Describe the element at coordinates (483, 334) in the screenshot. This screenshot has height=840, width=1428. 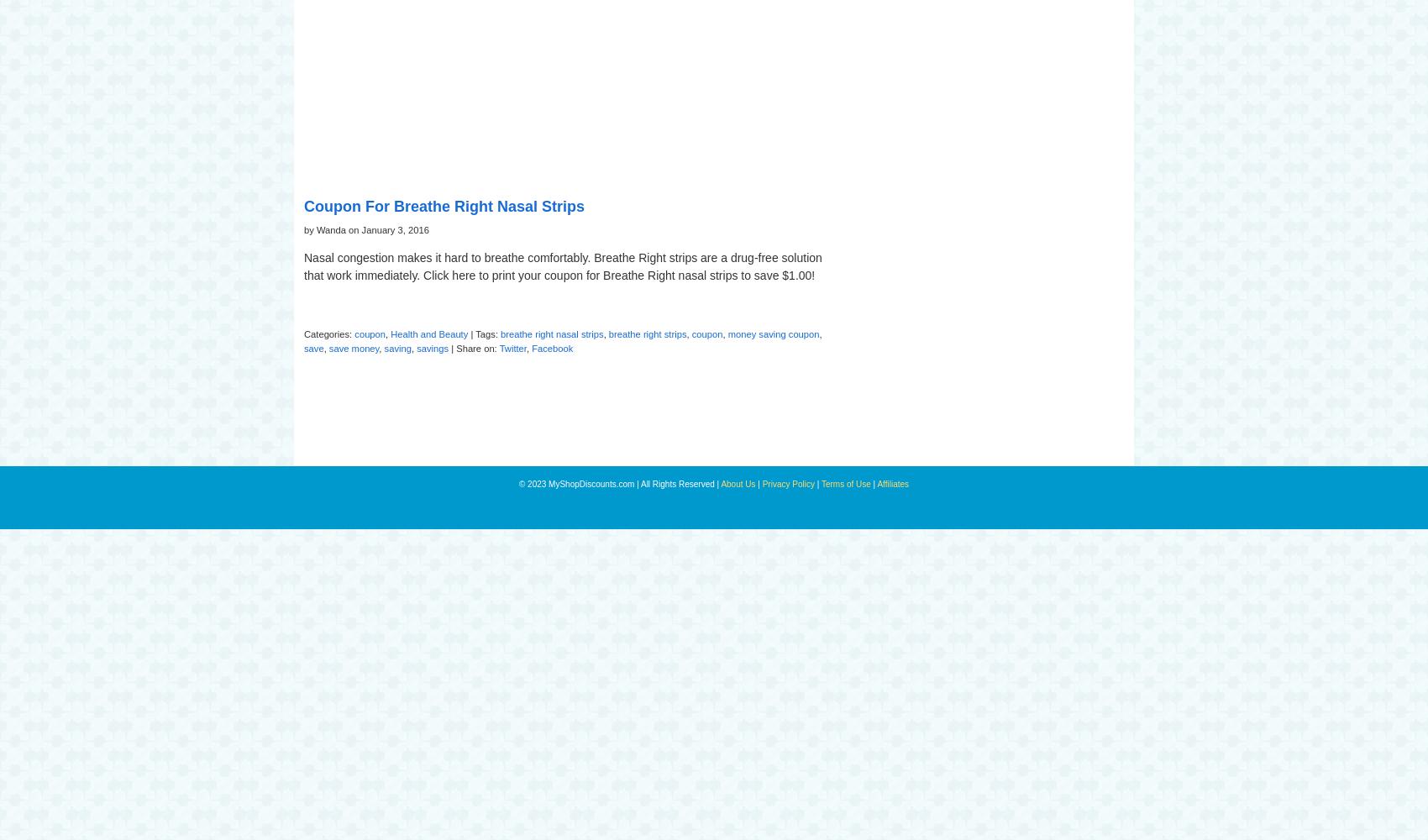
I see `'| 

				
				
					Tags:'` at that location.